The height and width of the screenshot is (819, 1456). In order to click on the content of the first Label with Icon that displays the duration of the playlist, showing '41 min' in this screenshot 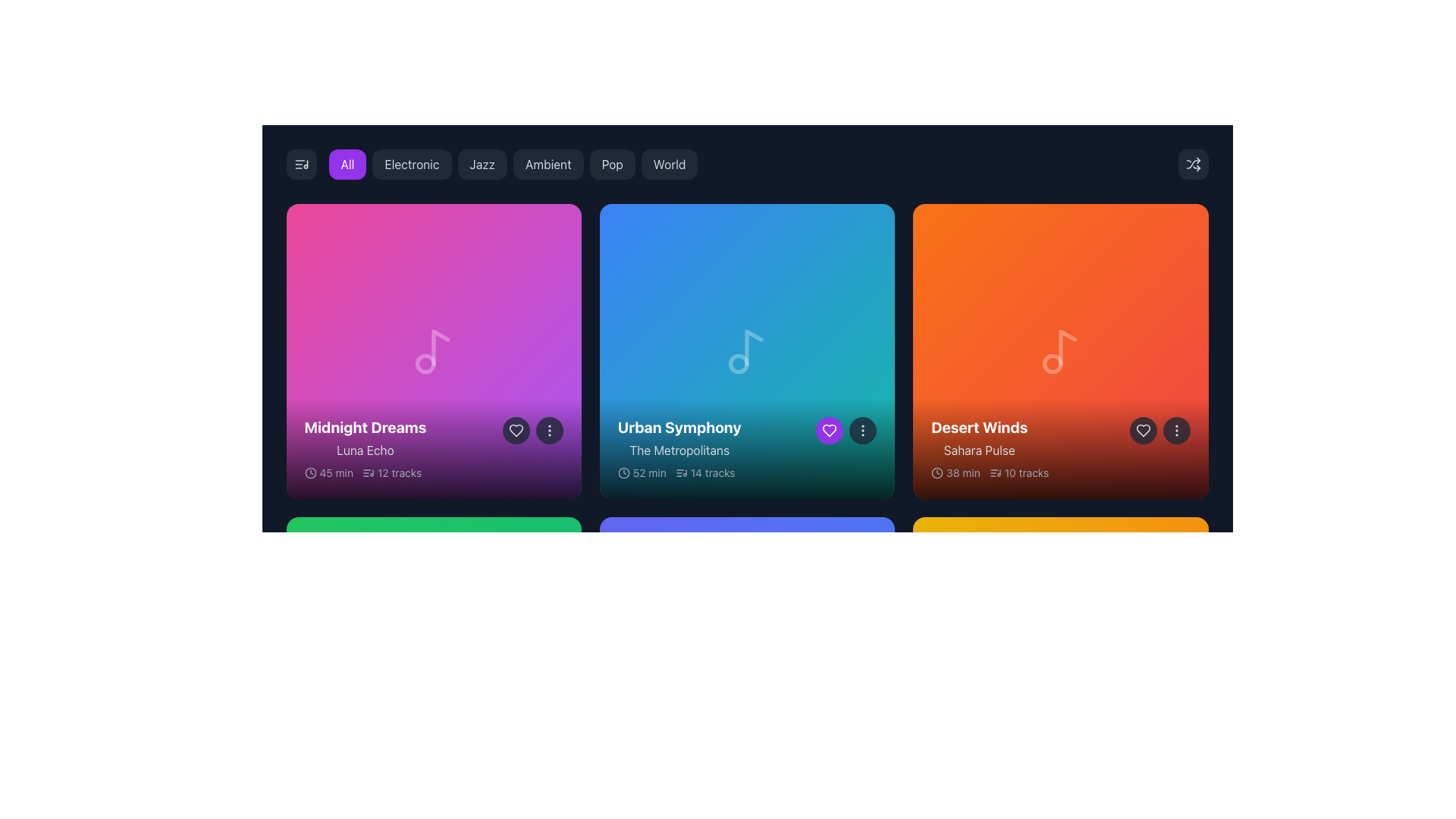, I will do `click(327, 786)`.